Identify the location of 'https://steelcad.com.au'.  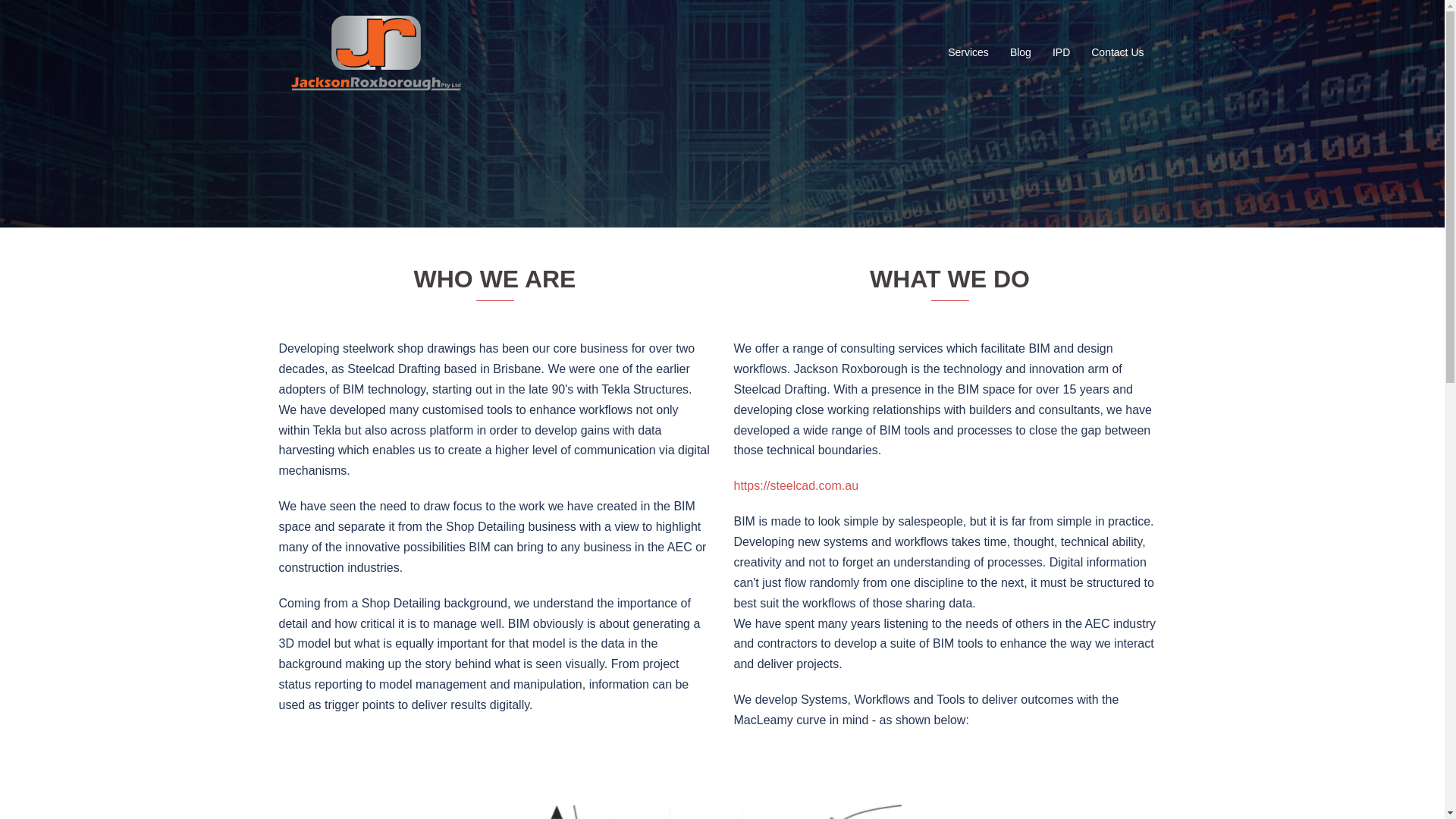
(795, 485).